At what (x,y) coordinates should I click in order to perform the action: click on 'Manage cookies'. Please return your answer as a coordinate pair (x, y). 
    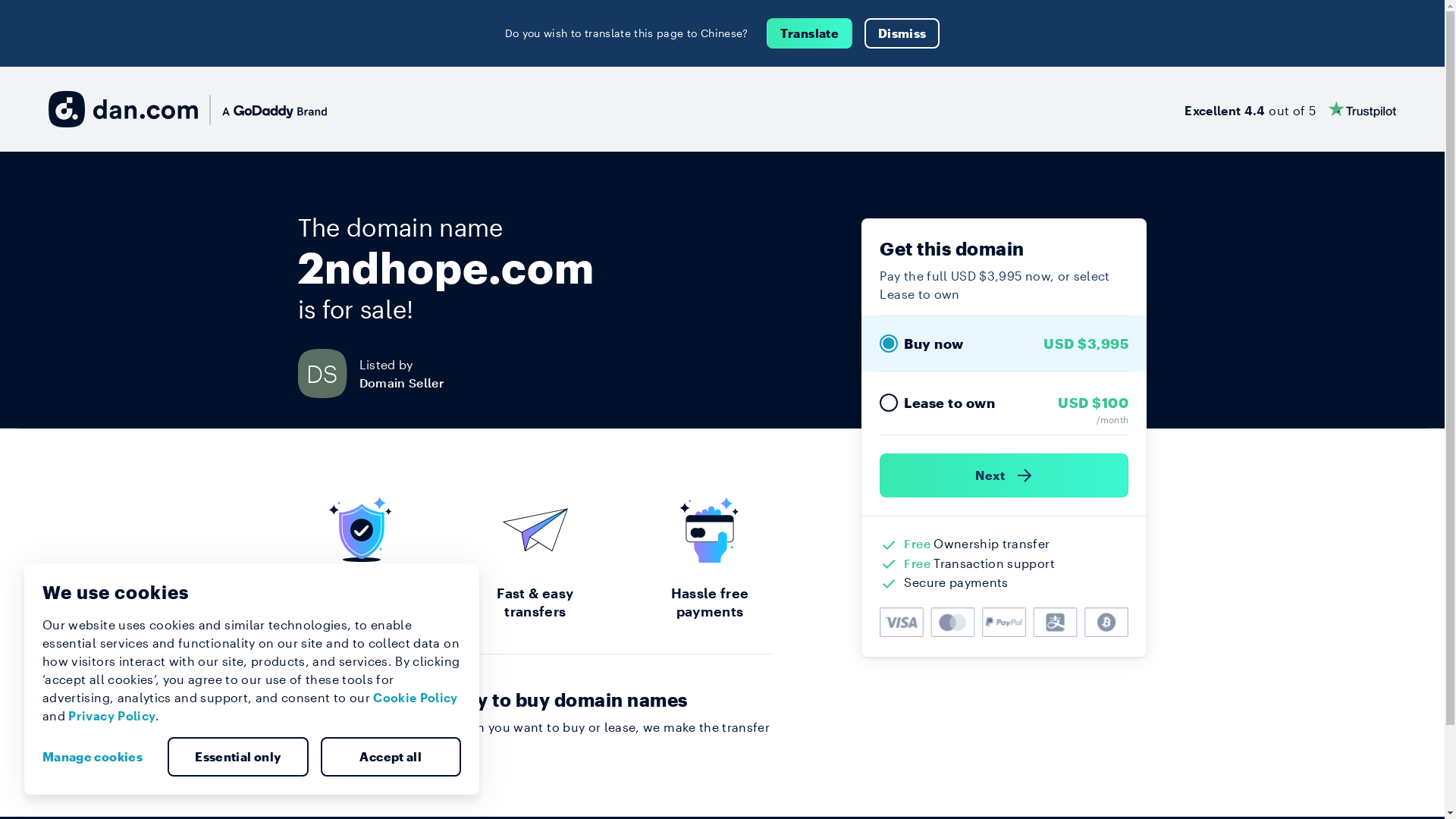
    Looking at the image, I should click on (97, 757).